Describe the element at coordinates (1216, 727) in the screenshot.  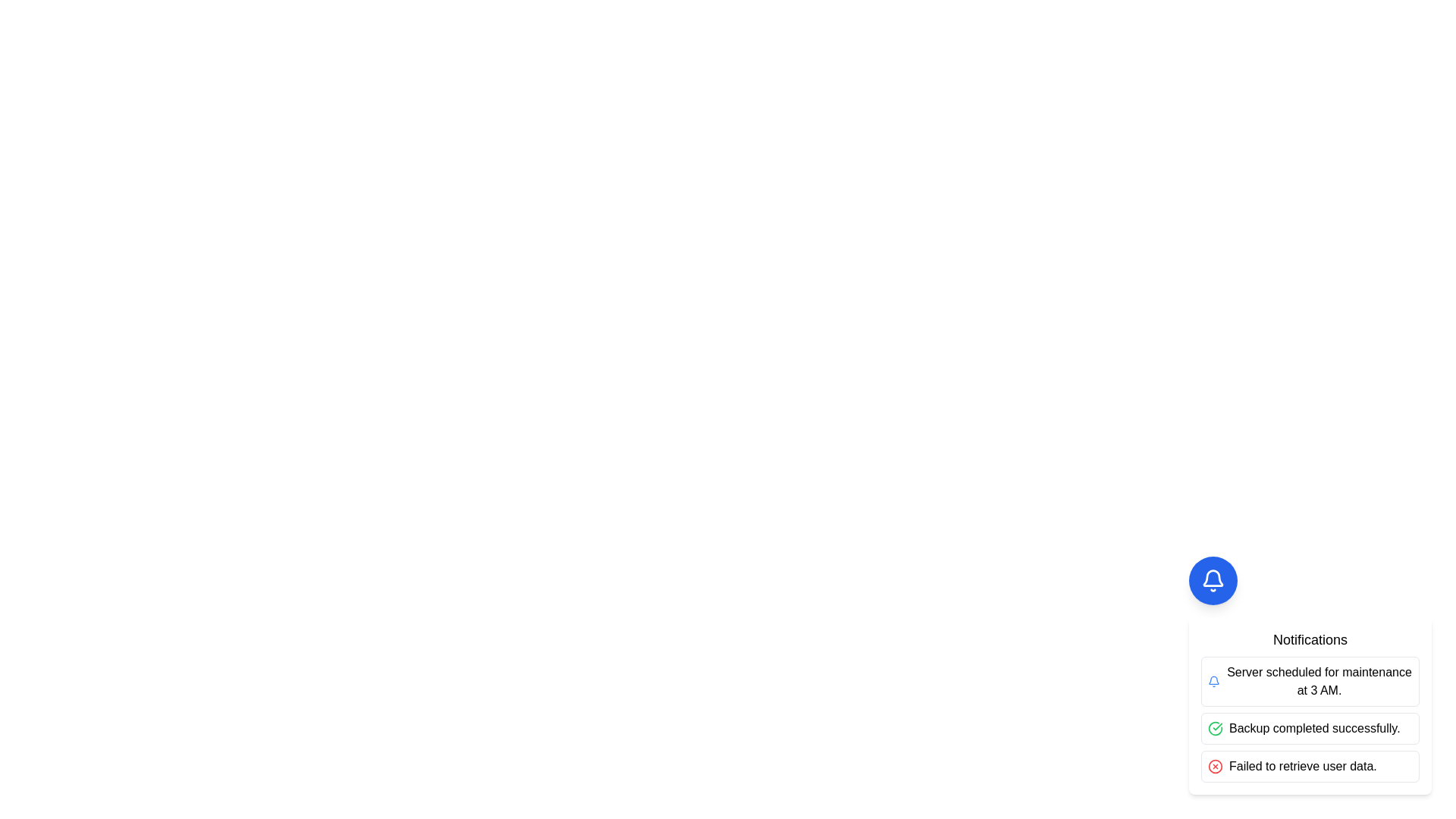
I see `the green checkmark icon that indicates a successful state for the notification 'Backup completed successfully.'` at that location.